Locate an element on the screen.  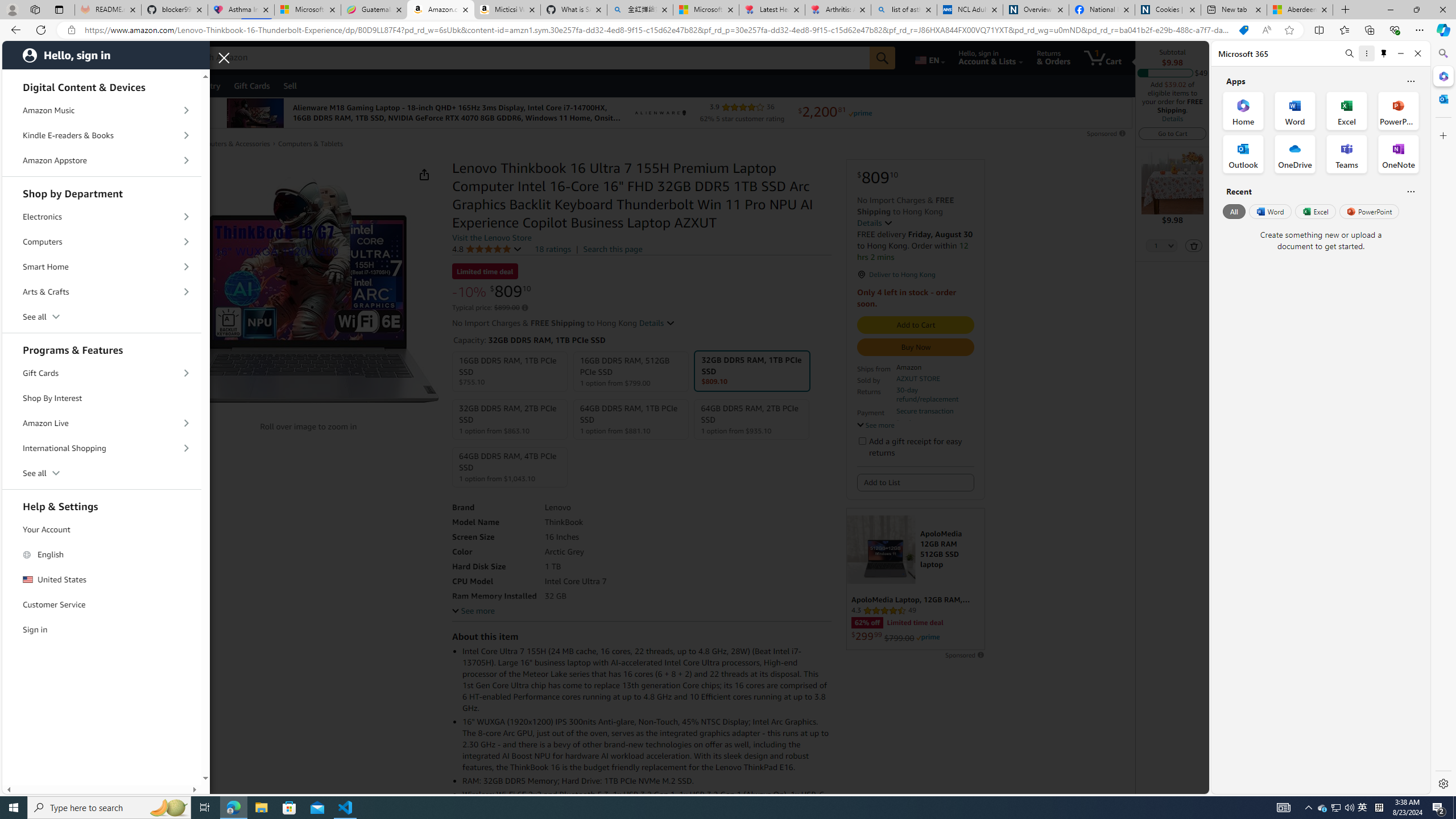
'PowerPoint Office App' is located at coordinates (1398, 111).